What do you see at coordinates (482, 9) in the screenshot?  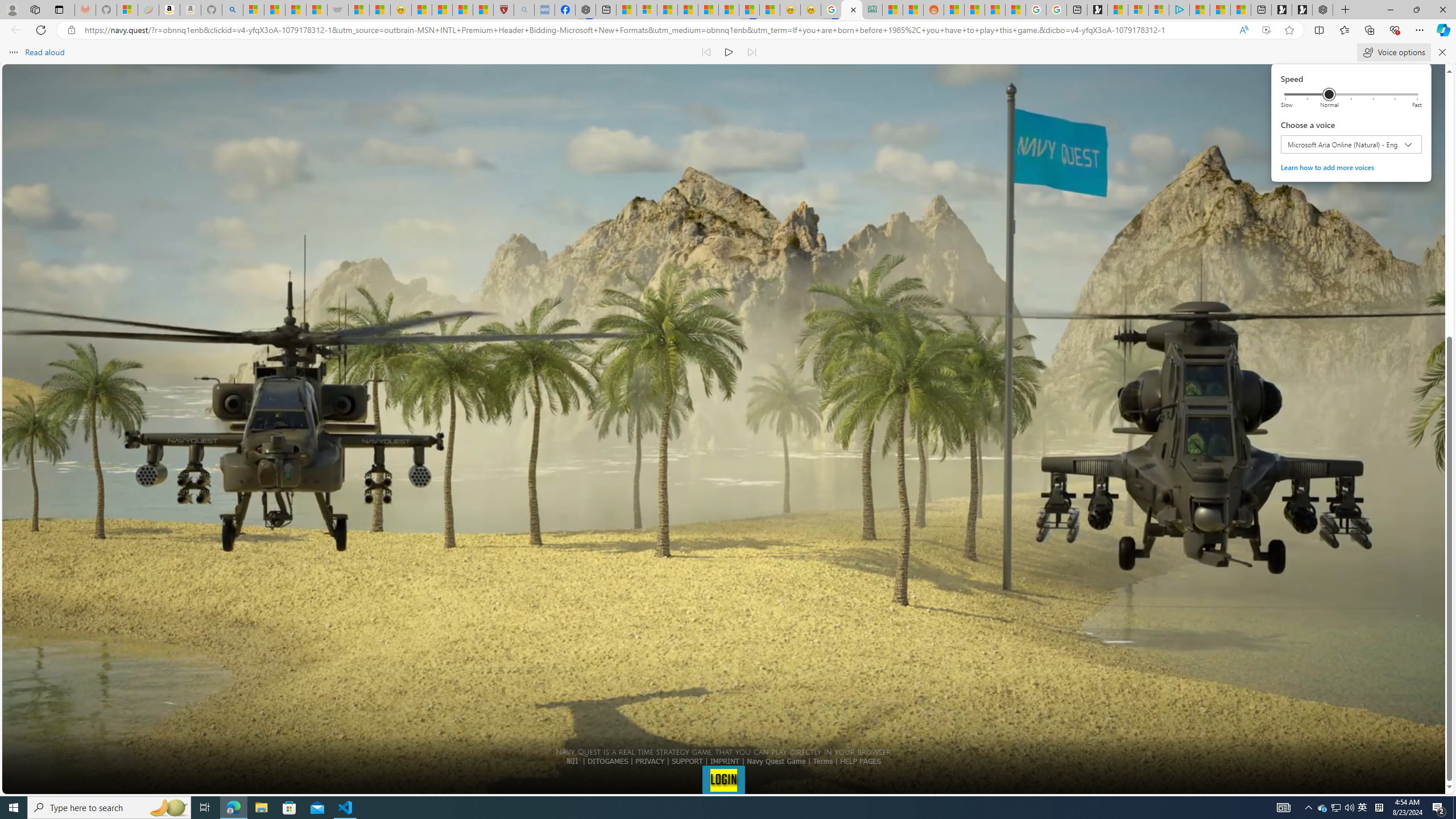 I see `'12 Popular Science Lies that Must be Corrected'` at bounding box center [482, 9].